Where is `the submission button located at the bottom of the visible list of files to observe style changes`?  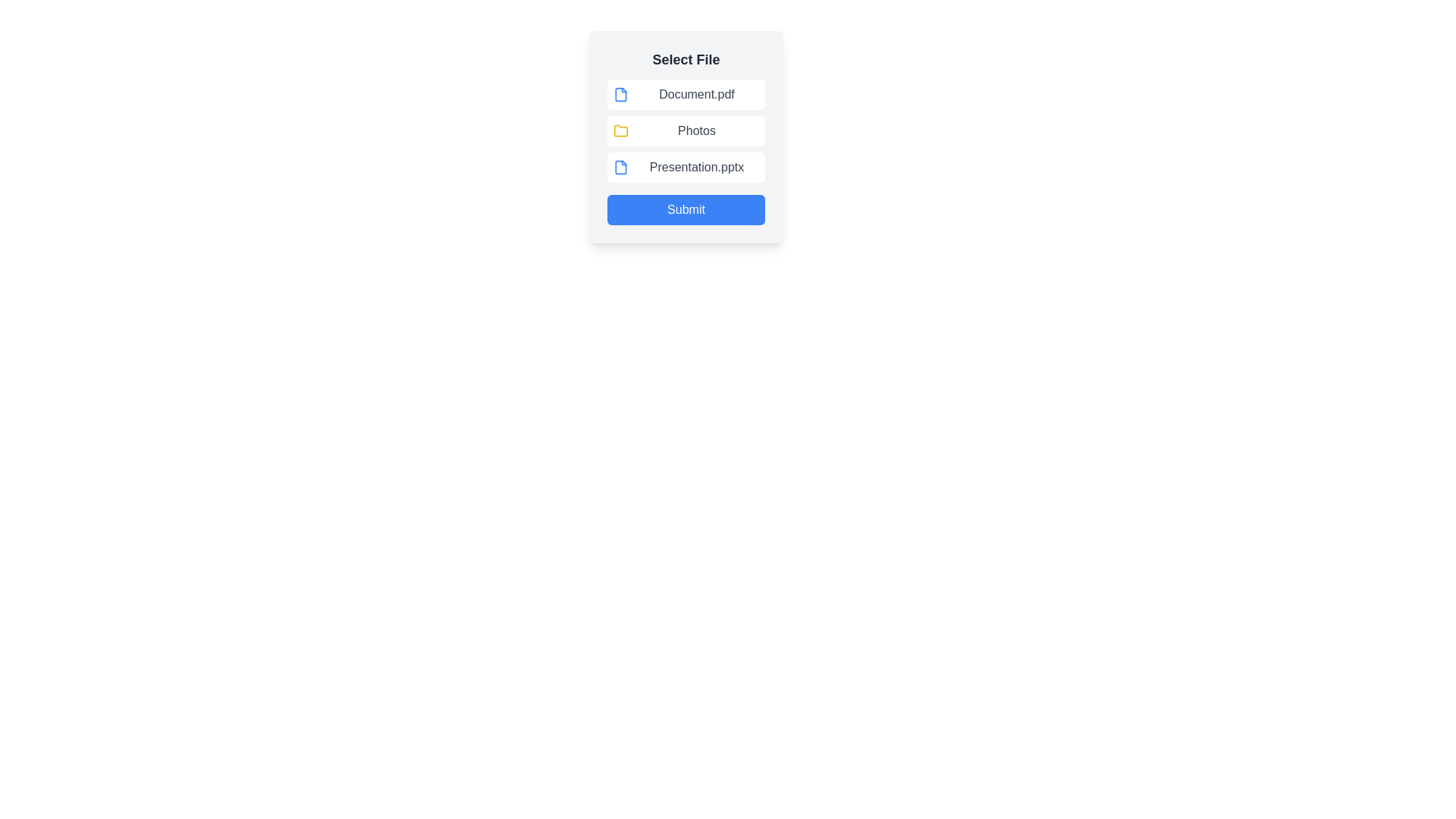
the submission button located at the bottom of the visible list of files to observe style changes is located at coordinates (686, 210).